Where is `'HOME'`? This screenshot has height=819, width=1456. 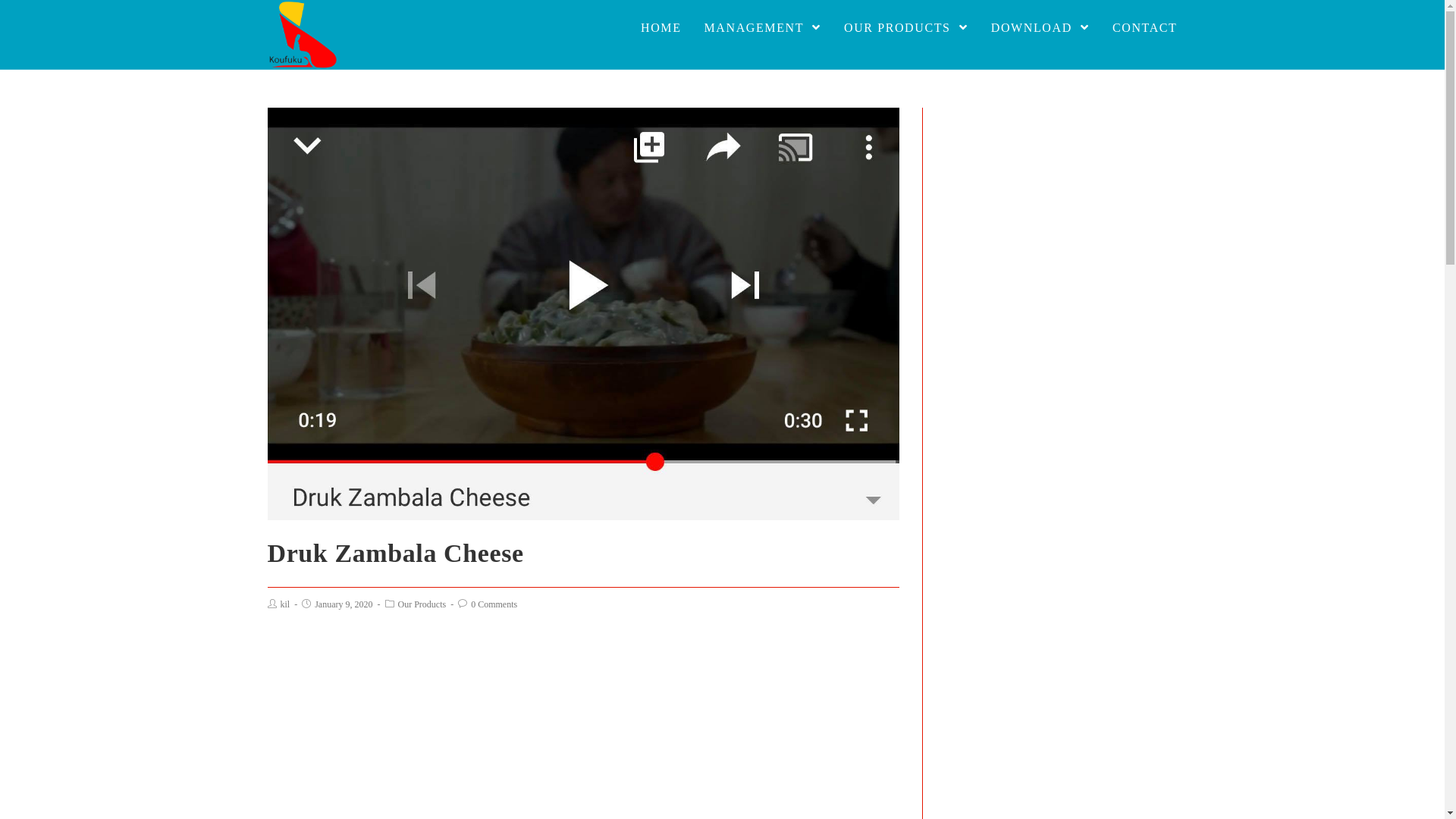 'HOME' is located at coordinates (629, 28).